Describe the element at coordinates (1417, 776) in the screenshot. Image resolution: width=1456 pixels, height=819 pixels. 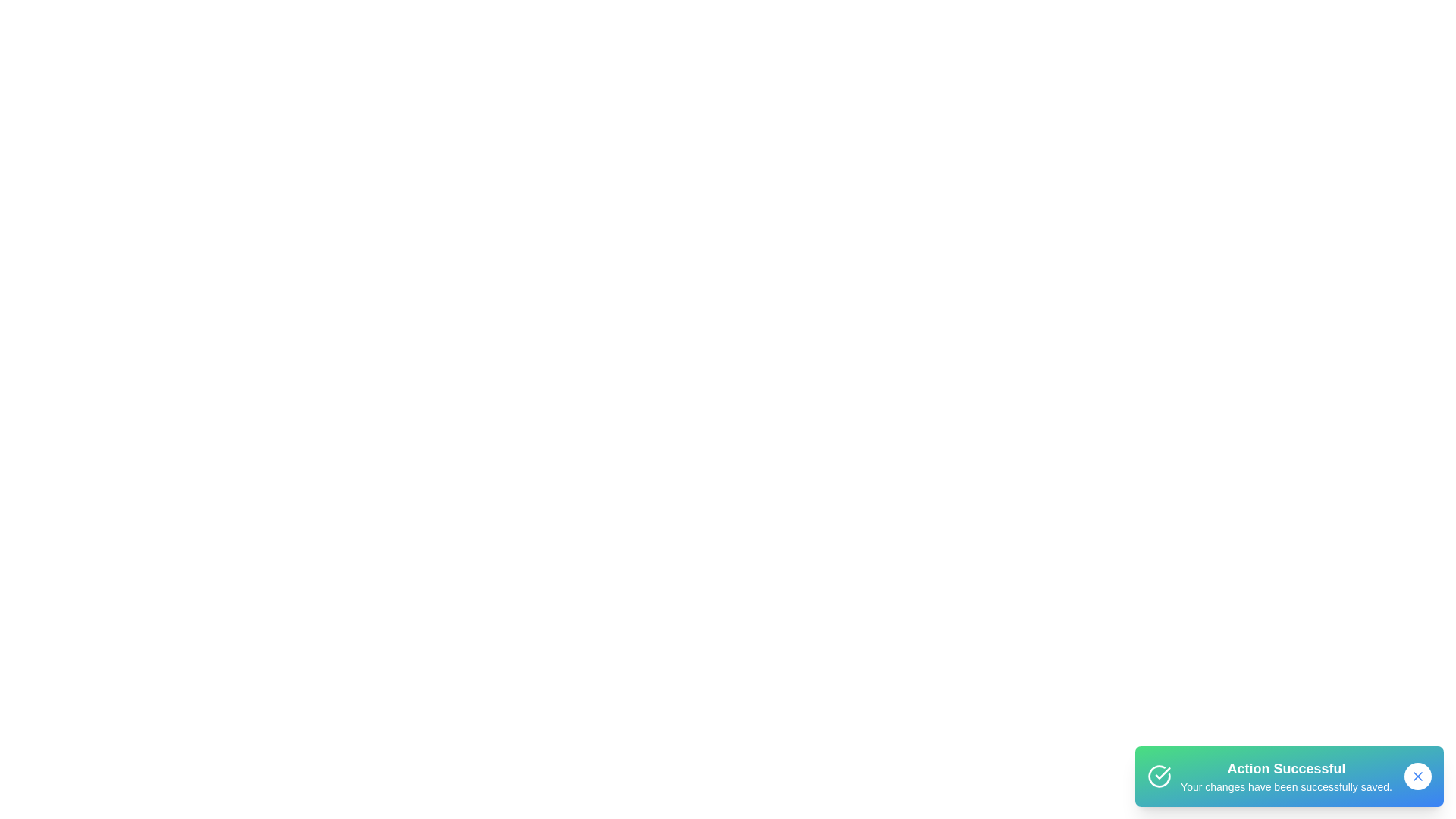
I see `the close button of the snackbar to dismiss it` at that location.